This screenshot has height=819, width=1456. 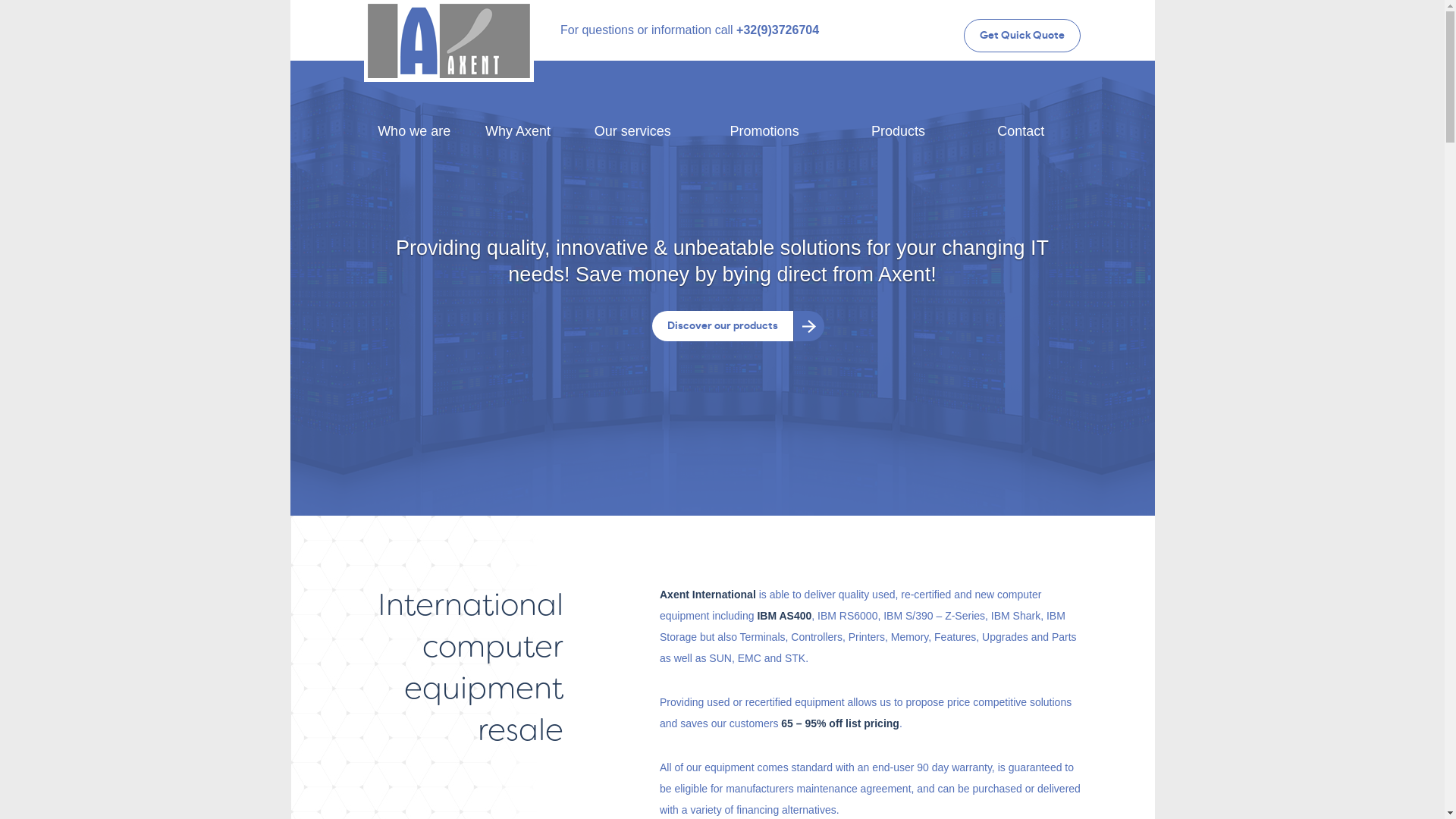 What do you see at coordinates (777, 30) in the screenshot?
I see `'+32(9)3726704'` at bounding box center [777, 30].